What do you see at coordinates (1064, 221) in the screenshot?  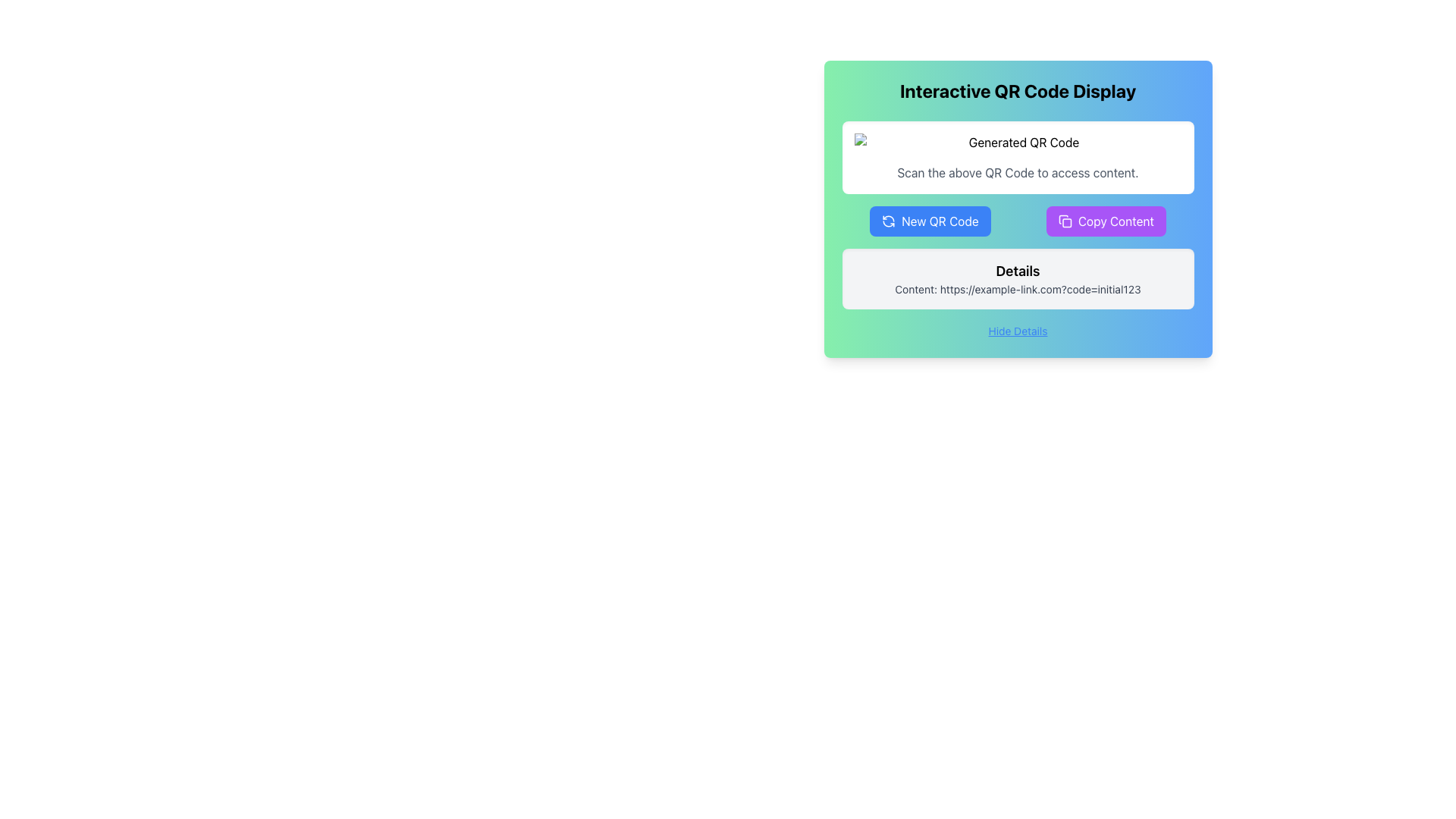 I see `the 'Copy Content' button which contains the copy icon, located to the right of the 'New QR Code' button and positioned in the lower section of the main interface` at bounding box center [1064, 221].